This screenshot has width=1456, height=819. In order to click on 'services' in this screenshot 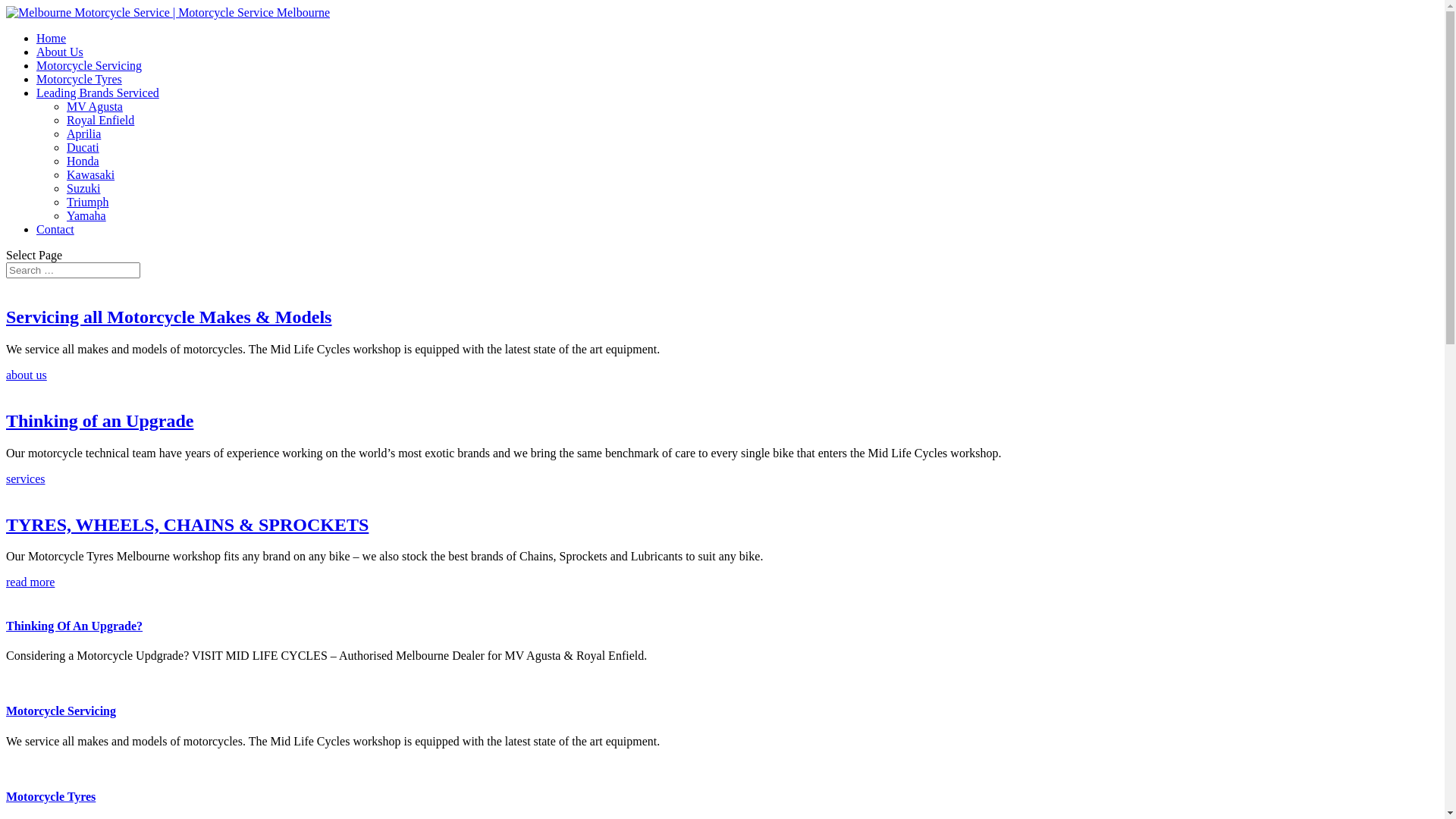, I will do `click(25, 479)`.